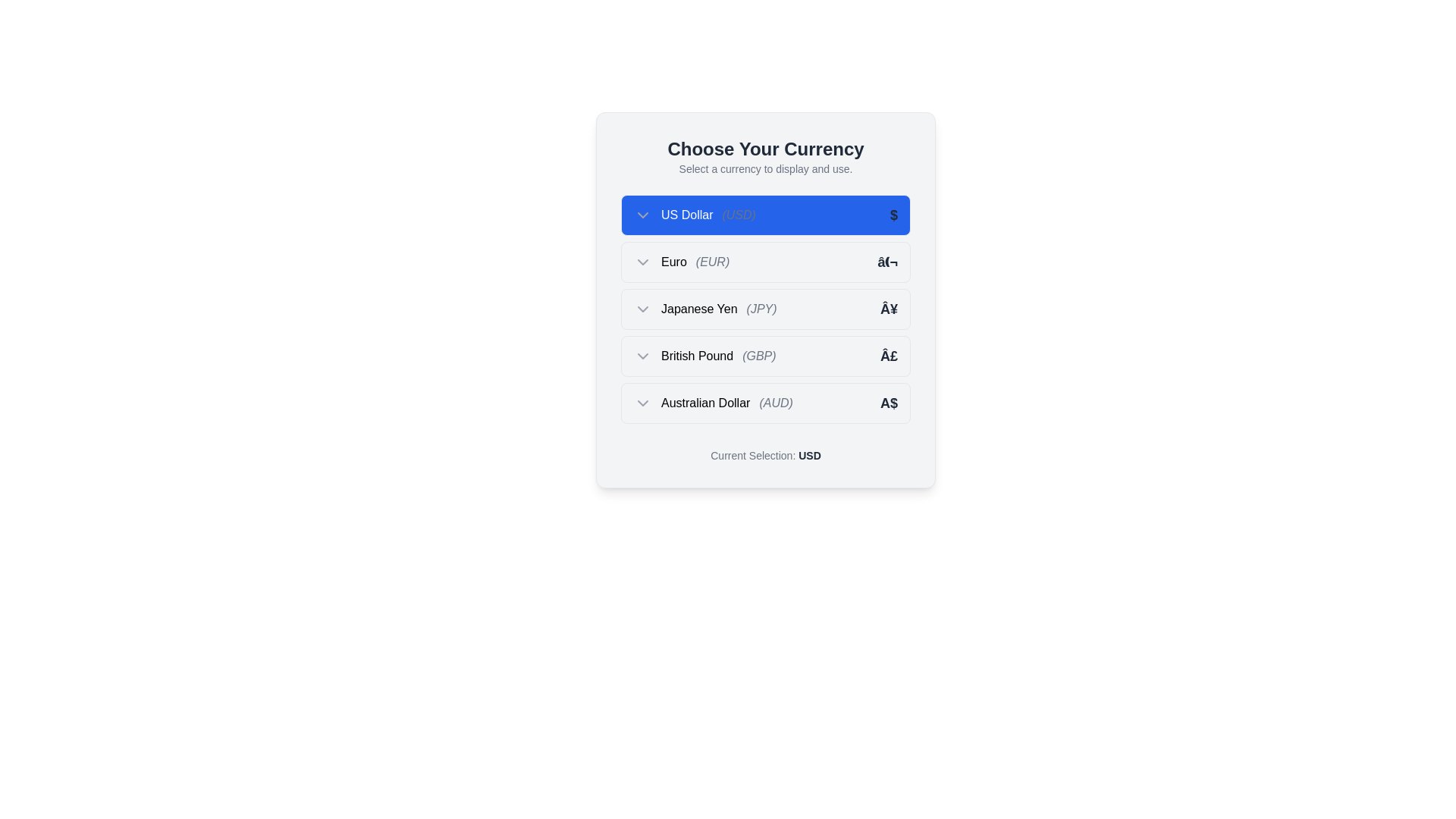  I want to click on the currency selector component located below the heading 'Choose Your Currency' and above the text 'Current Selection: USD', so click(765, 312).